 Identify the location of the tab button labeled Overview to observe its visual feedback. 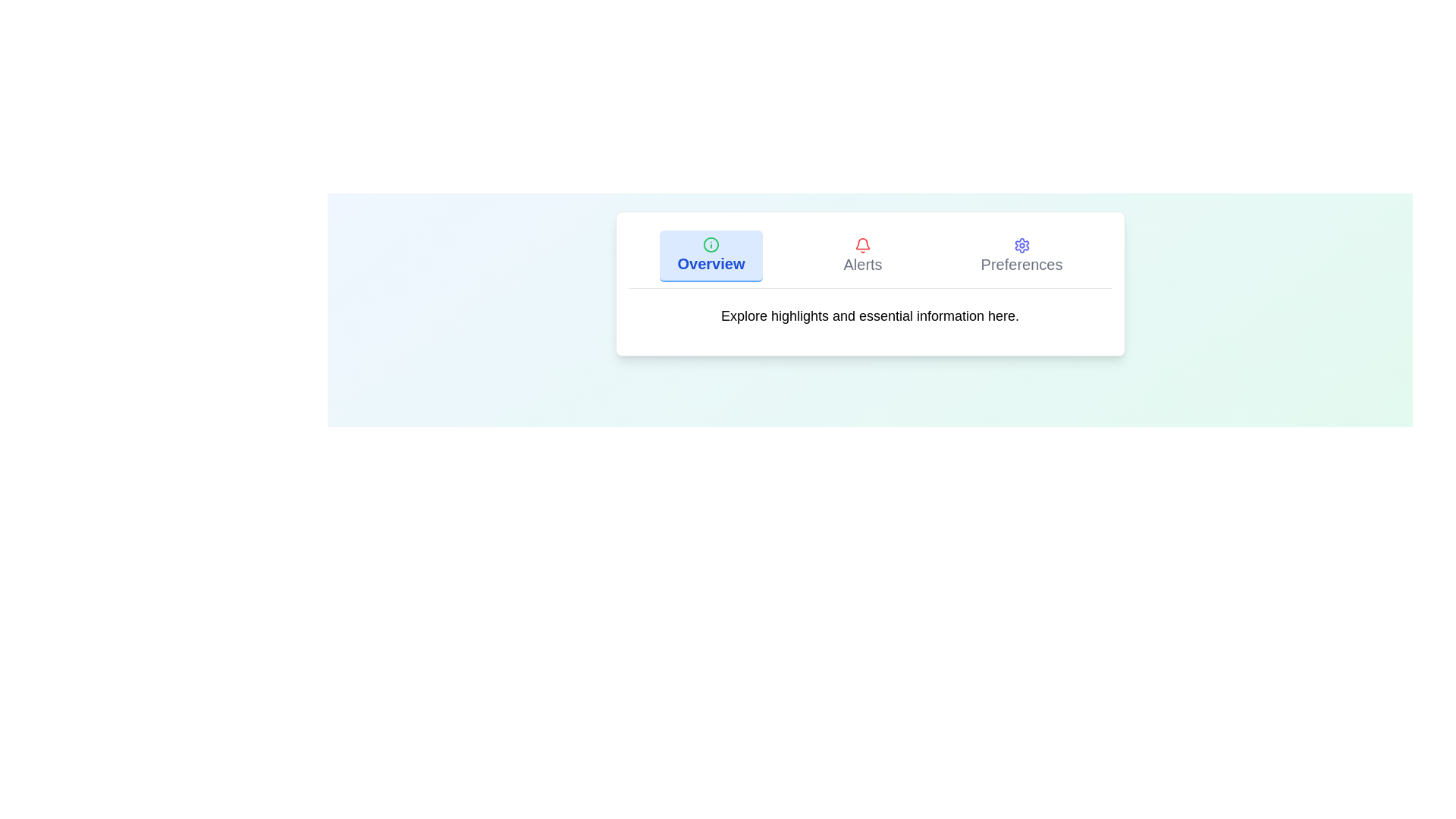
(710, 256).